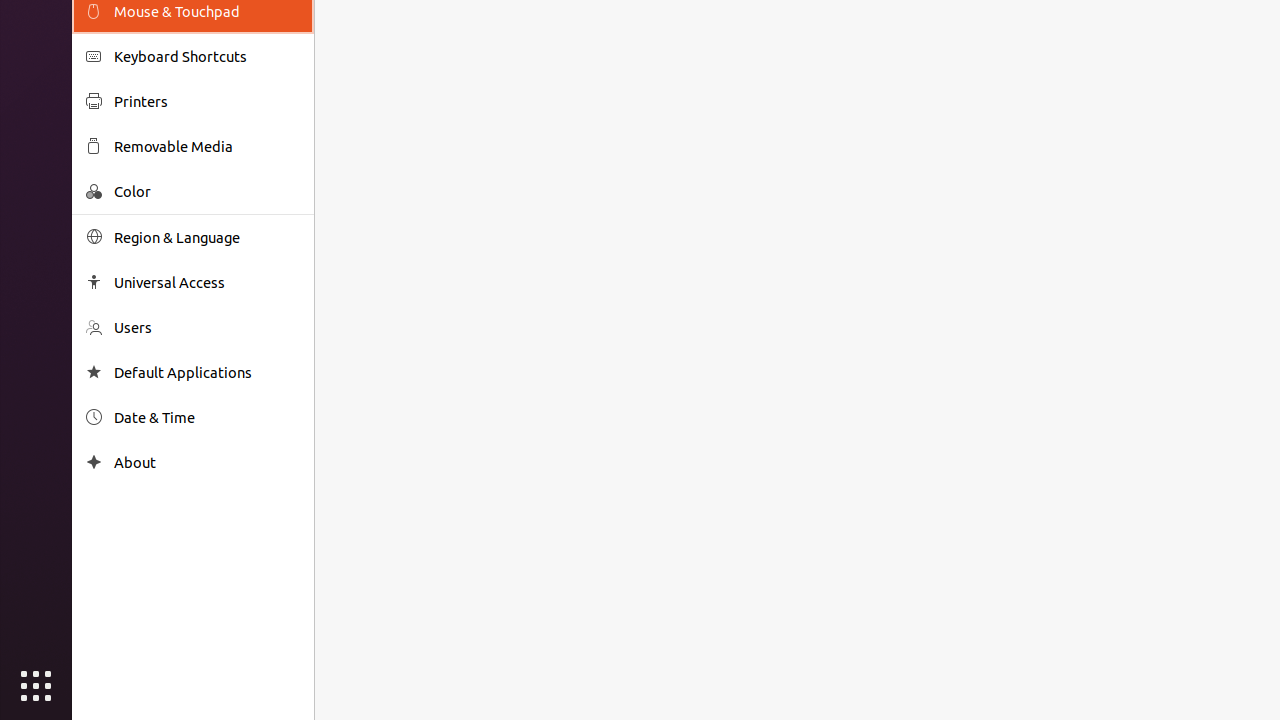 This screenshot has height=720, width=1280. Describe the element at coordinates (206, 416) in the screenshot. I see `'Date & Time'` at that location.